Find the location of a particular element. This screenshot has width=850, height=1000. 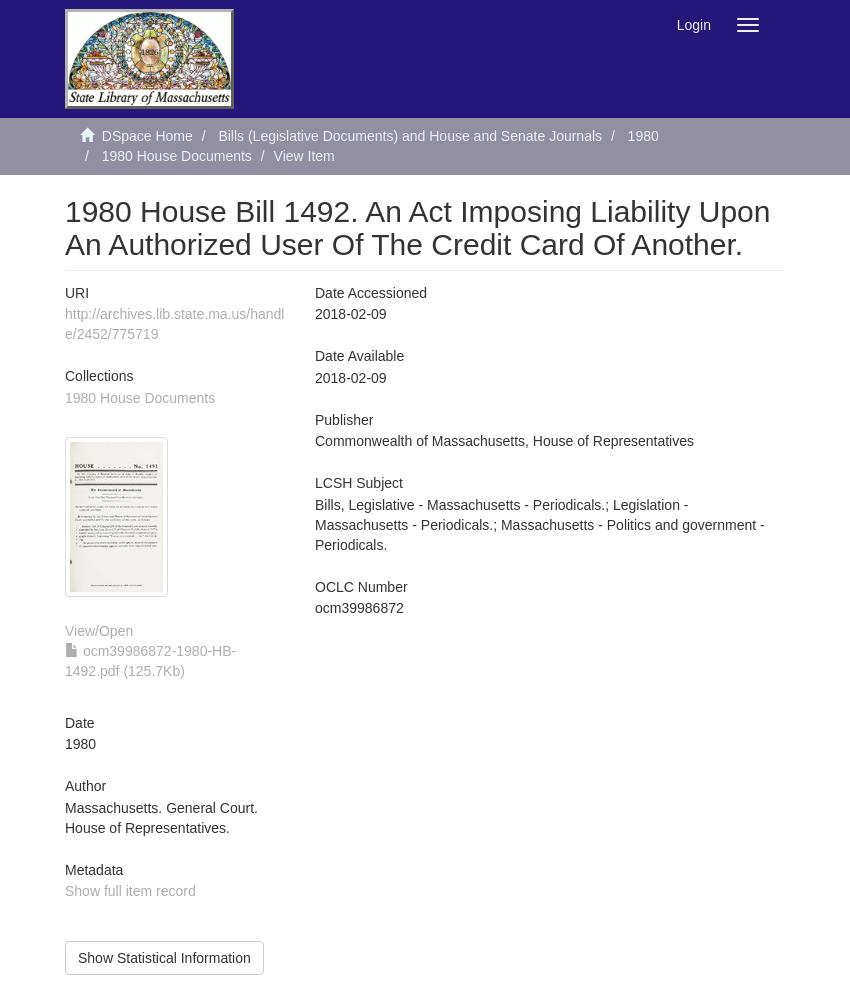

'Date' is located at coordinates (79, 721).